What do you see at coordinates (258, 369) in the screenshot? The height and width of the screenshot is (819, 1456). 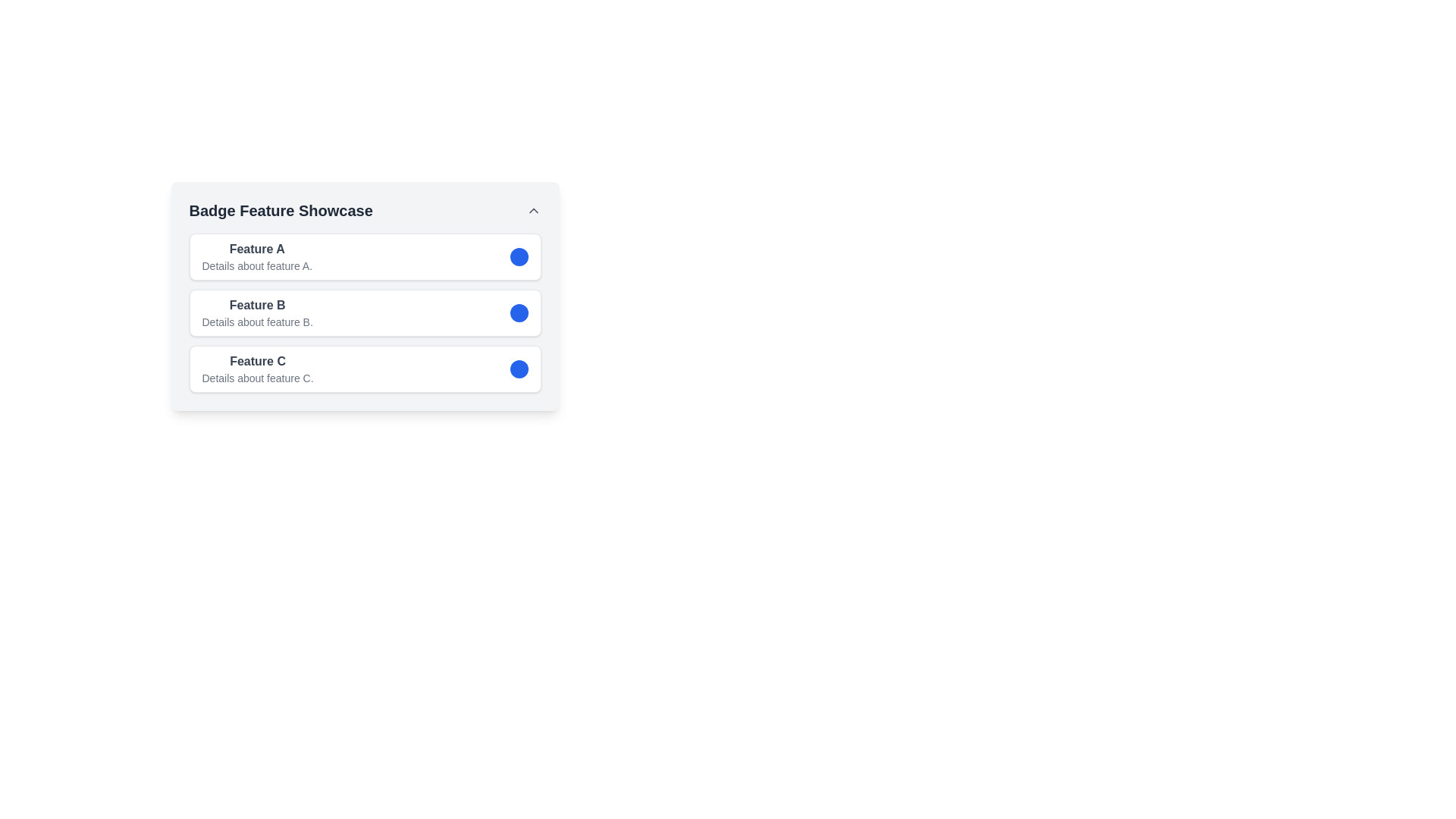 I see `text content of the descriptive label for 'Feature C', which is the third entry in the list under the 'Badge Feature Showcase' heading` at bounding box center [258, 369].